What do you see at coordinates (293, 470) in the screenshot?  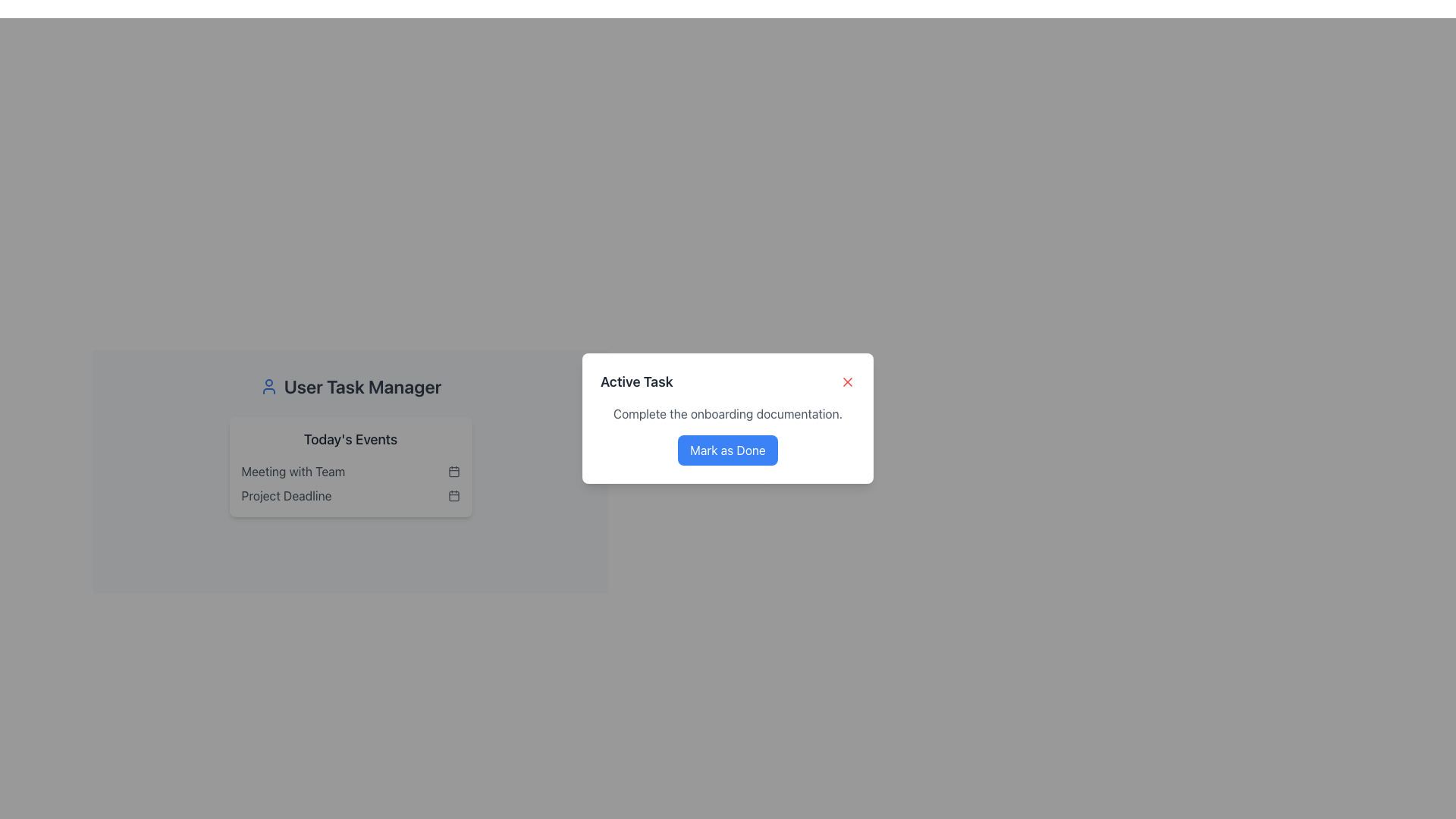 I see `the 'Meeting with Team' text label, which is the first item in the 'Today's Events' section of the 'User Task Manager' panel` at bounding box center [293, 470].